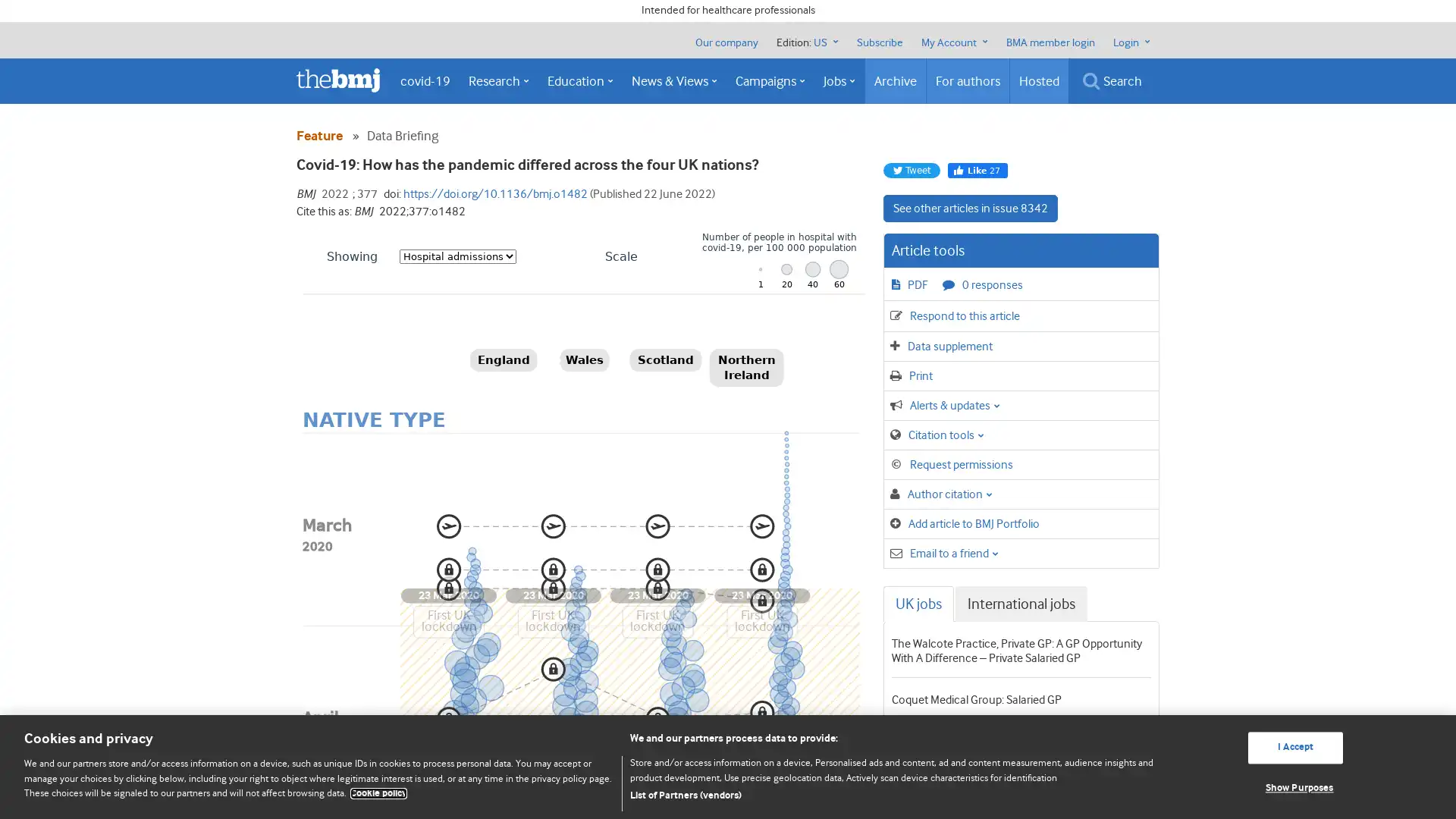  I want to click on Email to a friend, so click(952, 553).